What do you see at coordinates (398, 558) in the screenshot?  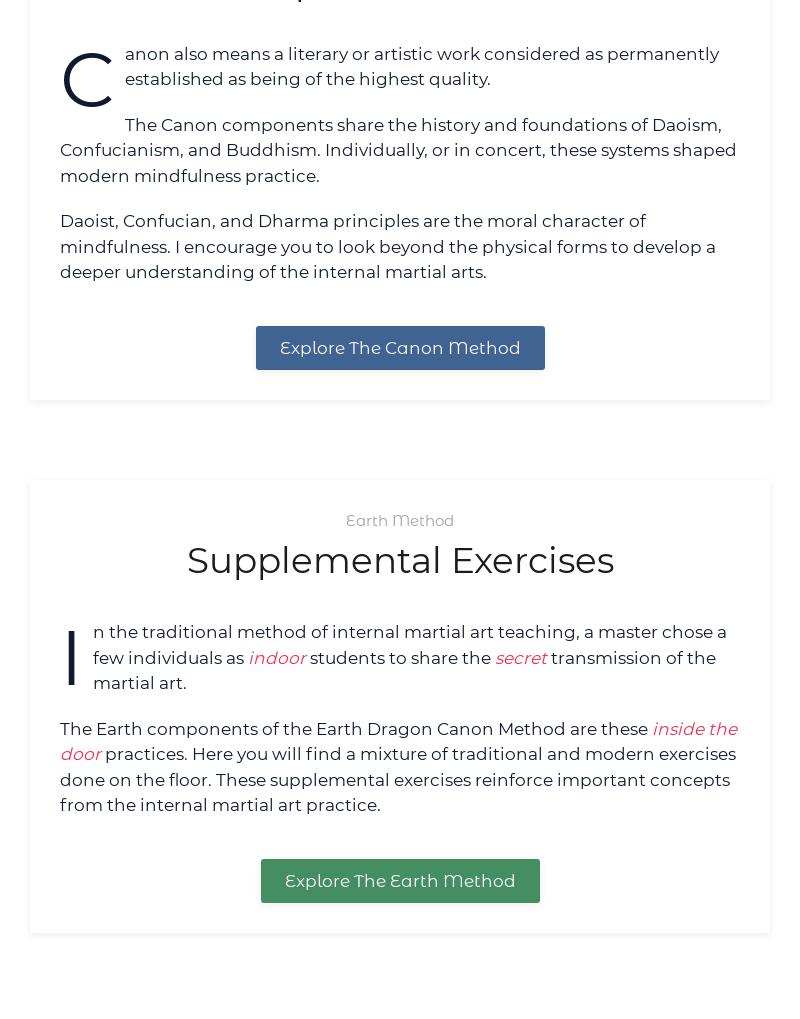 I see `'Supplemental Exercises'` at bounding box center [398, 558].